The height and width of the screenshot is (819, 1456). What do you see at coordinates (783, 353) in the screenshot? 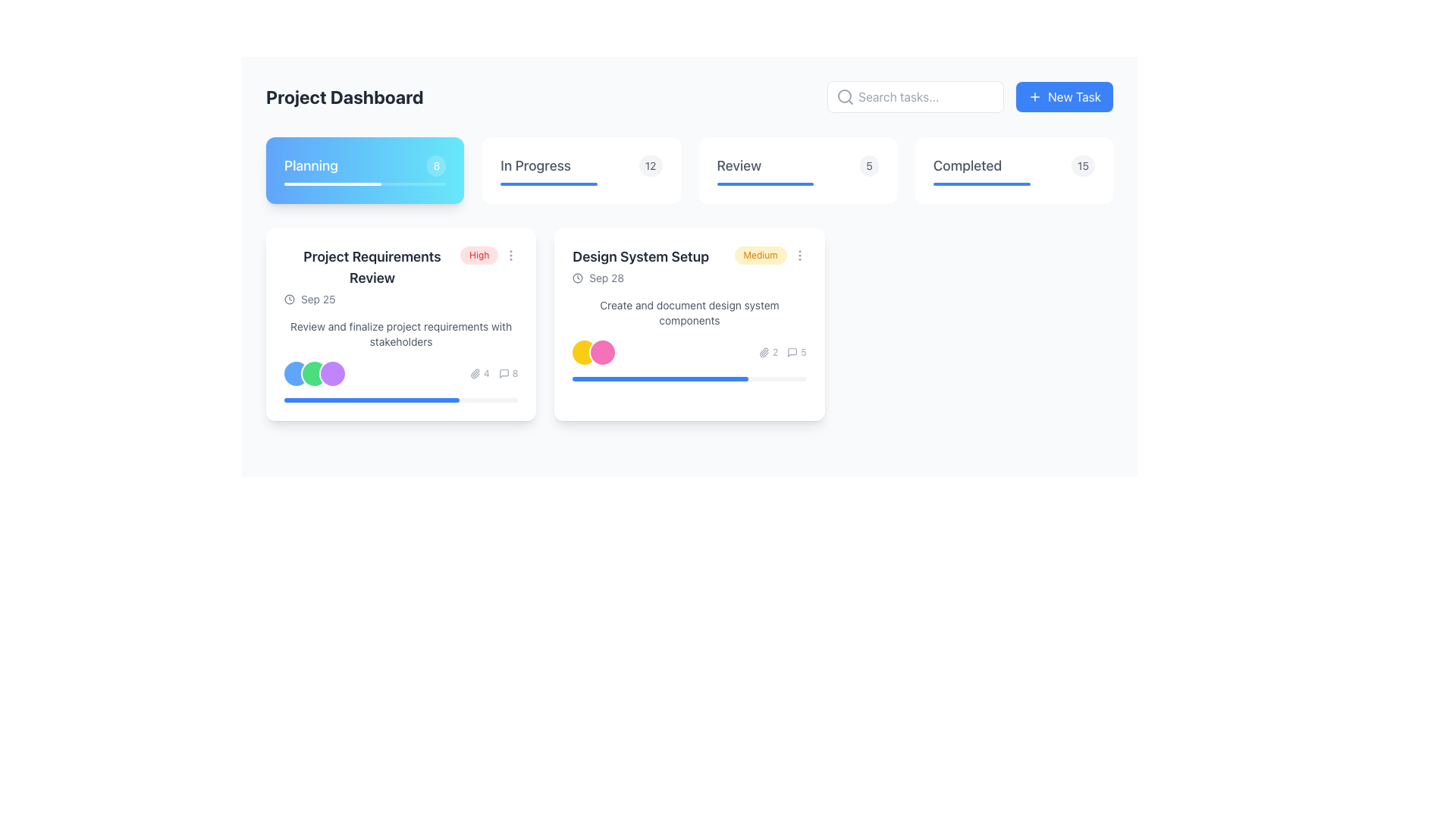
I see `displayed numbers in the auxiliary information section located in the lower part of the 'Design System Setup' card, right of the colorful circular icons and above the progress bar` at bounding box center [783, 353].